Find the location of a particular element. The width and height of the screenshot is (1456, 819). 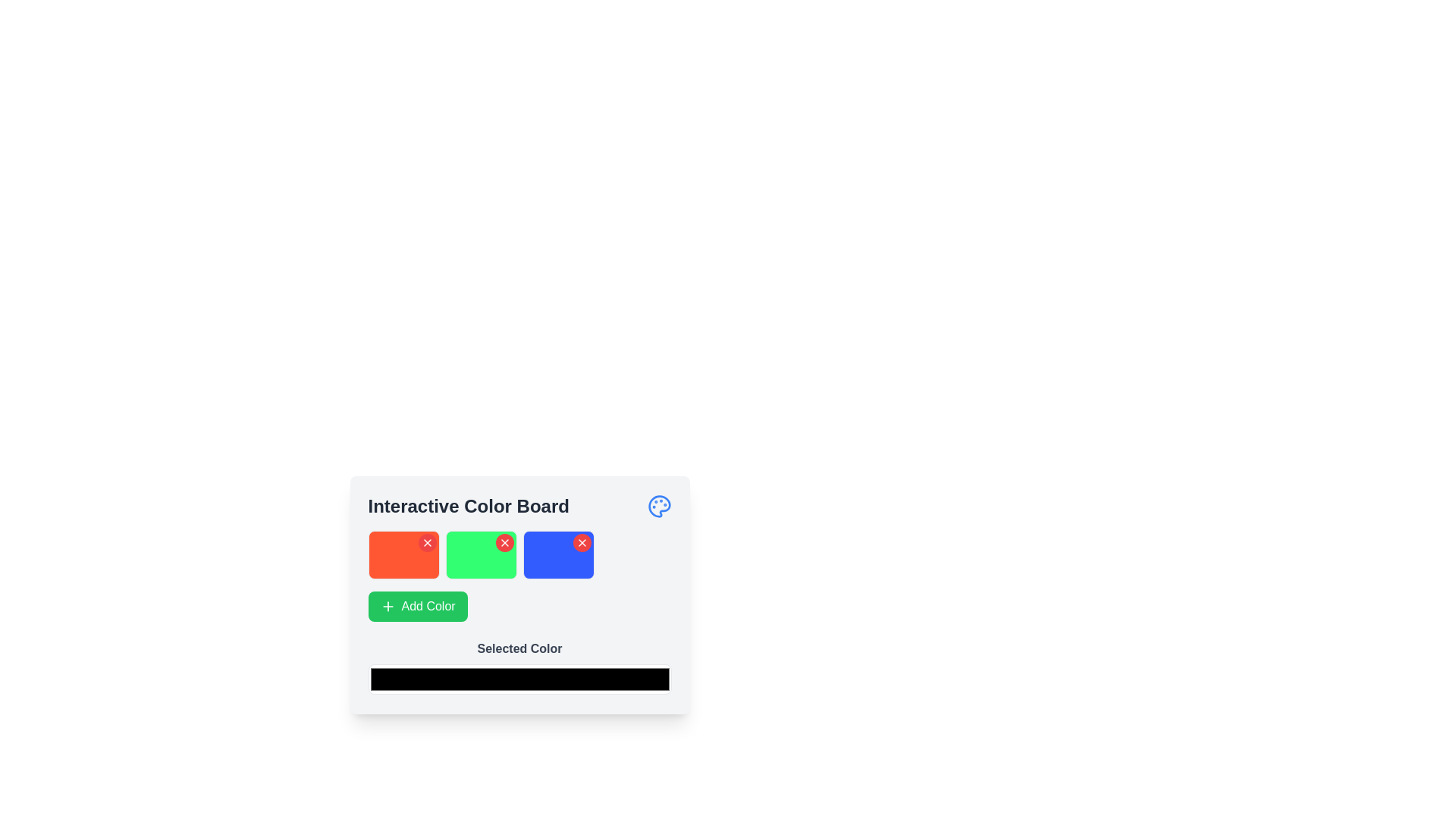

the color represented by the second tile in the grid of color tiles on the 'Interactive Color Board' by clicking on it is located at coordinates (480, 555).